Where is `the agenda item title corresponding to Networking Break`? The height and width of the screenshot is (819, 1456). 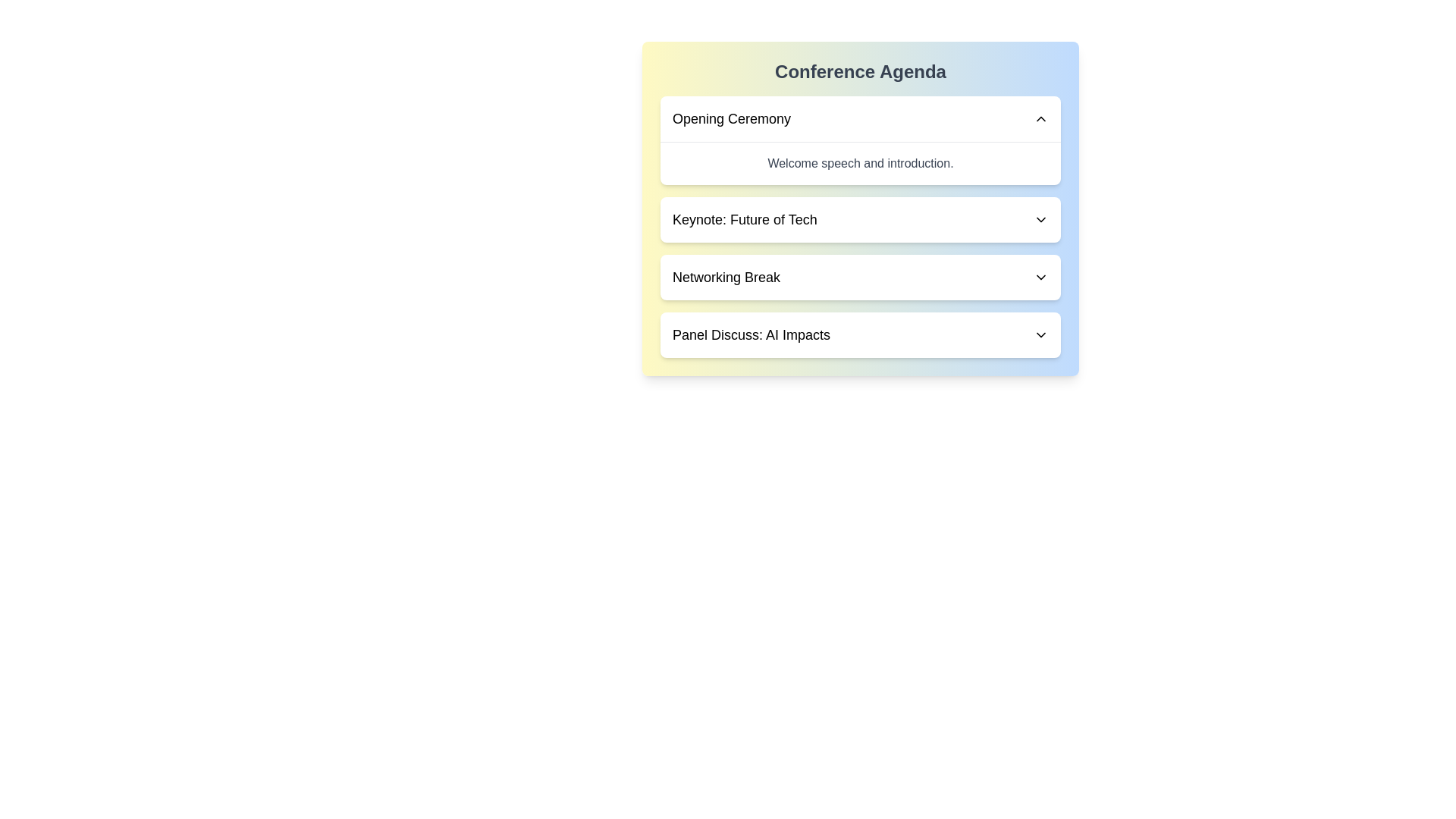
the agenda item title corresponding to Networking Break is located at coordinates (726, 278).